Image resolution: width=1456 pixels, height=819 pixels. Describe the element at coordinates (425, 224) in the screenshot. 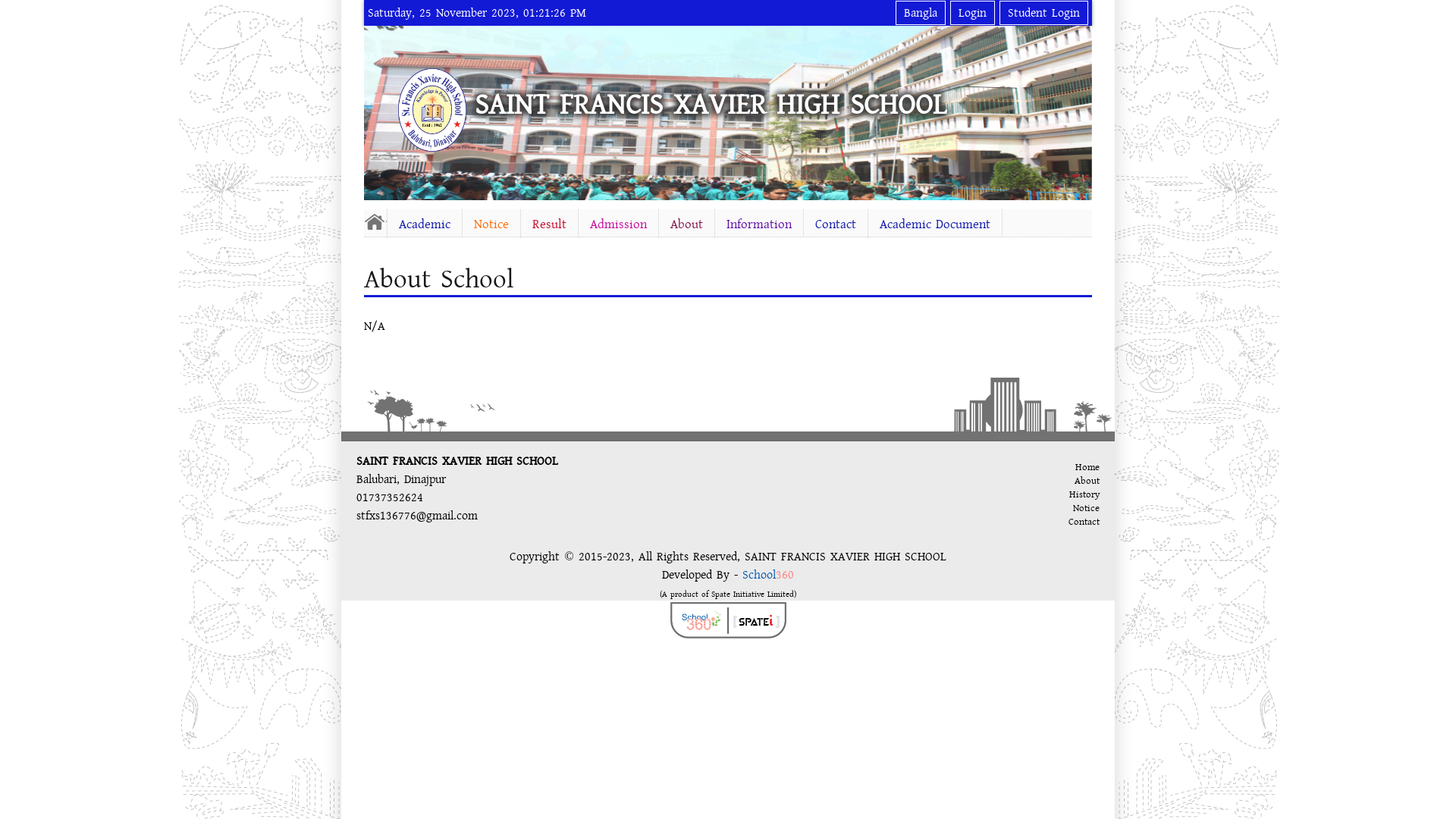

I see `'Academic'` at that location.